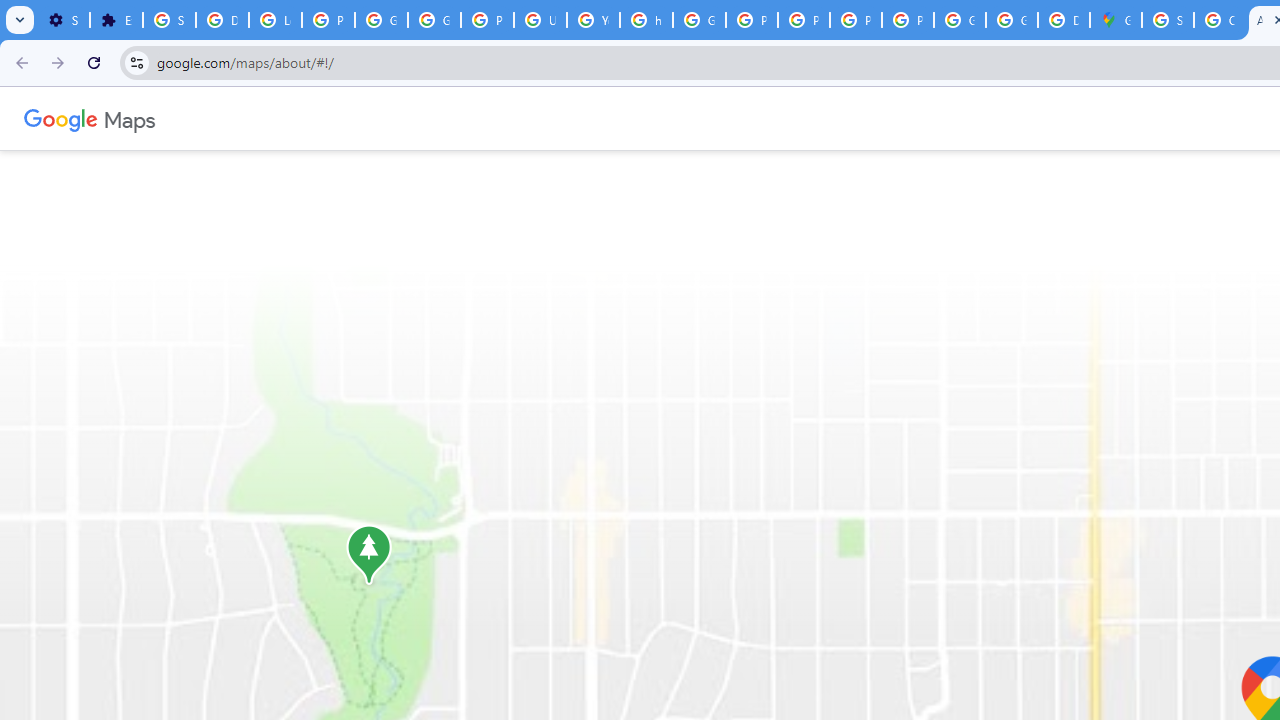  Describe the element at coordinates (433, 20) in the screenshot. I see `'Google Account Help'` at that location.